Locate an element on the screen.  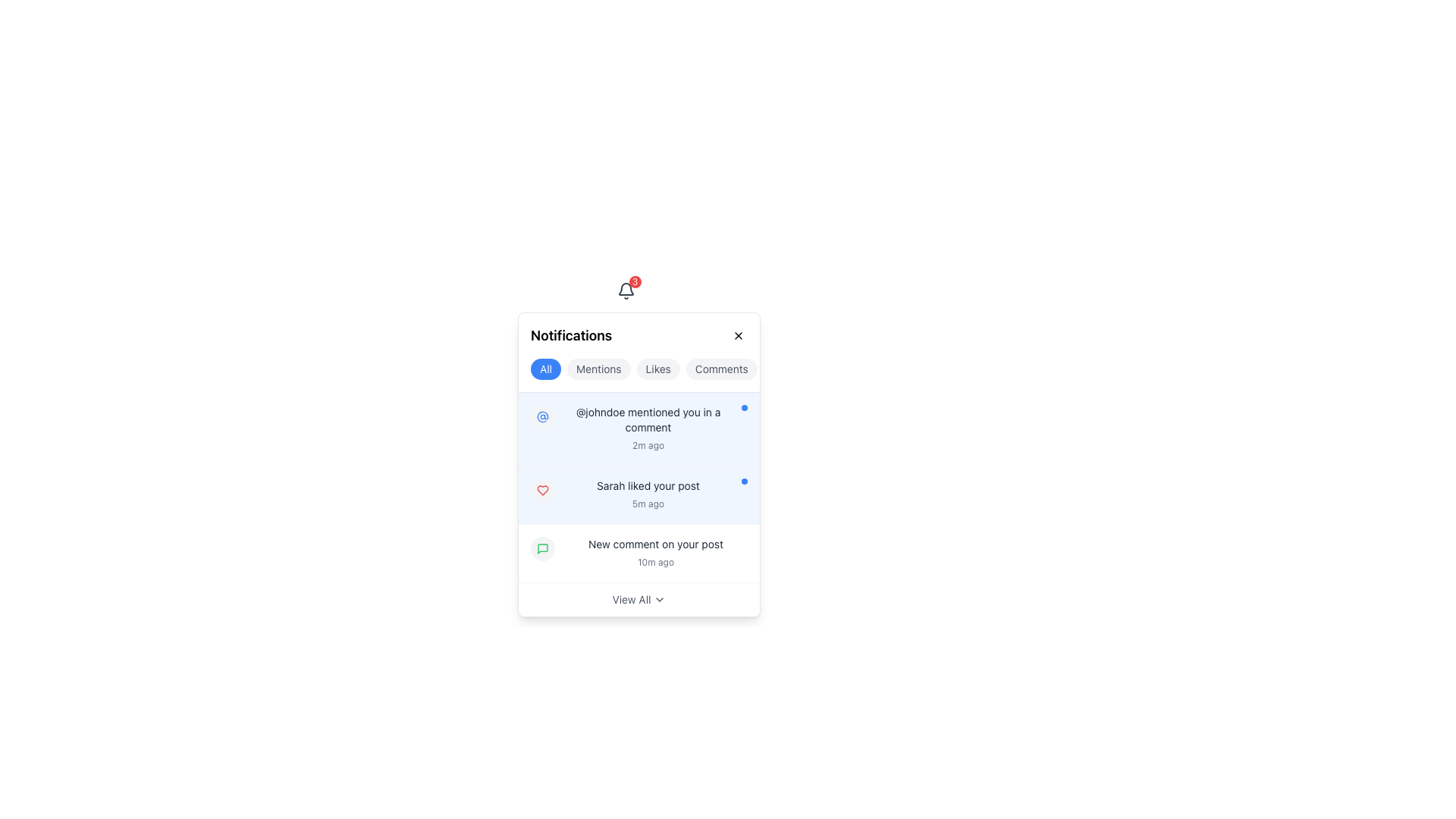
text label displaying '5m ago', which is positioned under the message 'Sarah liked your post' in the notification card is located at coordinates (648, 504).